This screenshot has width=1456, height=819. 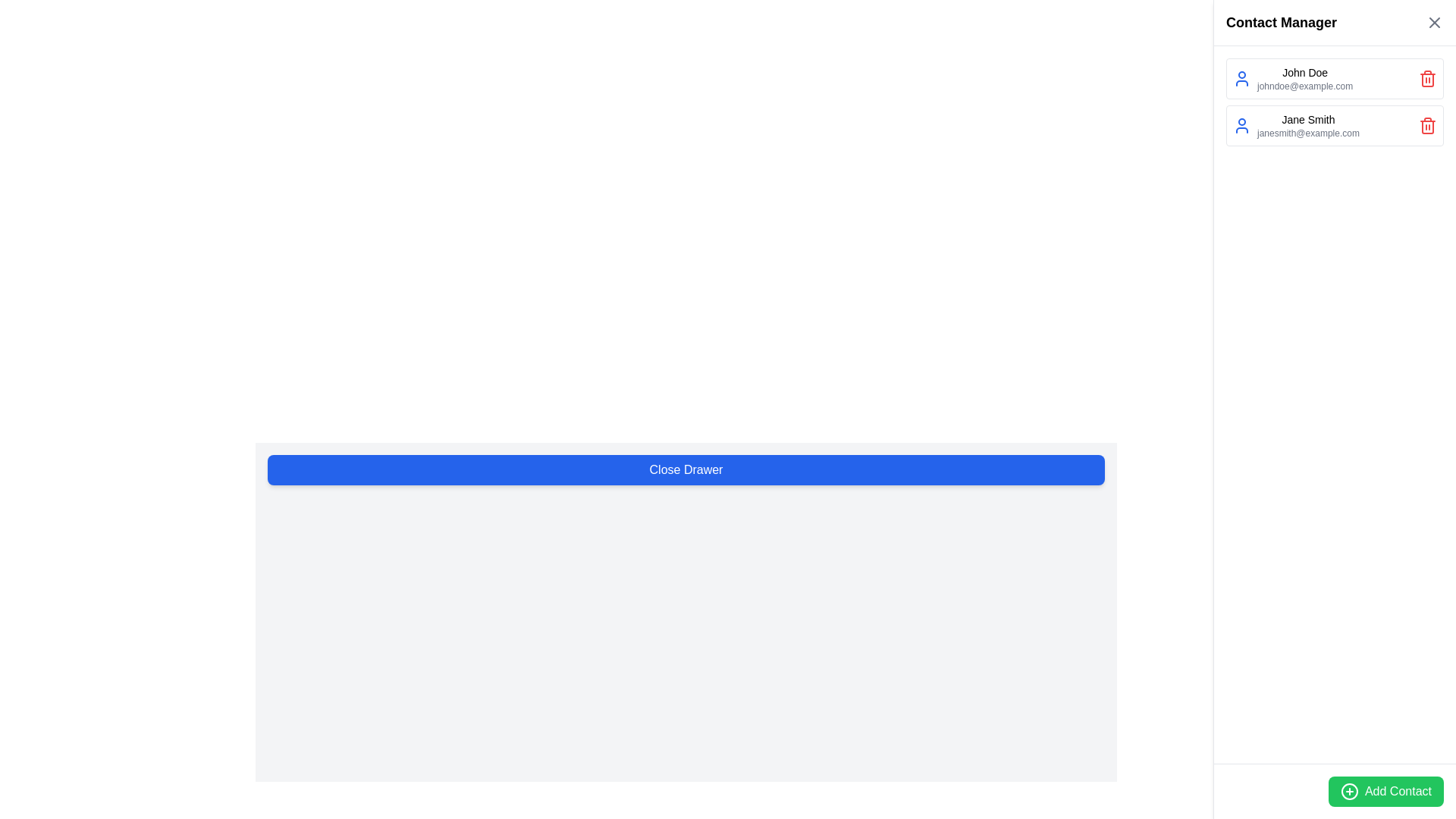 I want to click on the 'Add Contact' button which contains a circular SVG element with a '+' symbol, located at the bottom-right corner of the interface, so click(x=1350, y=791).